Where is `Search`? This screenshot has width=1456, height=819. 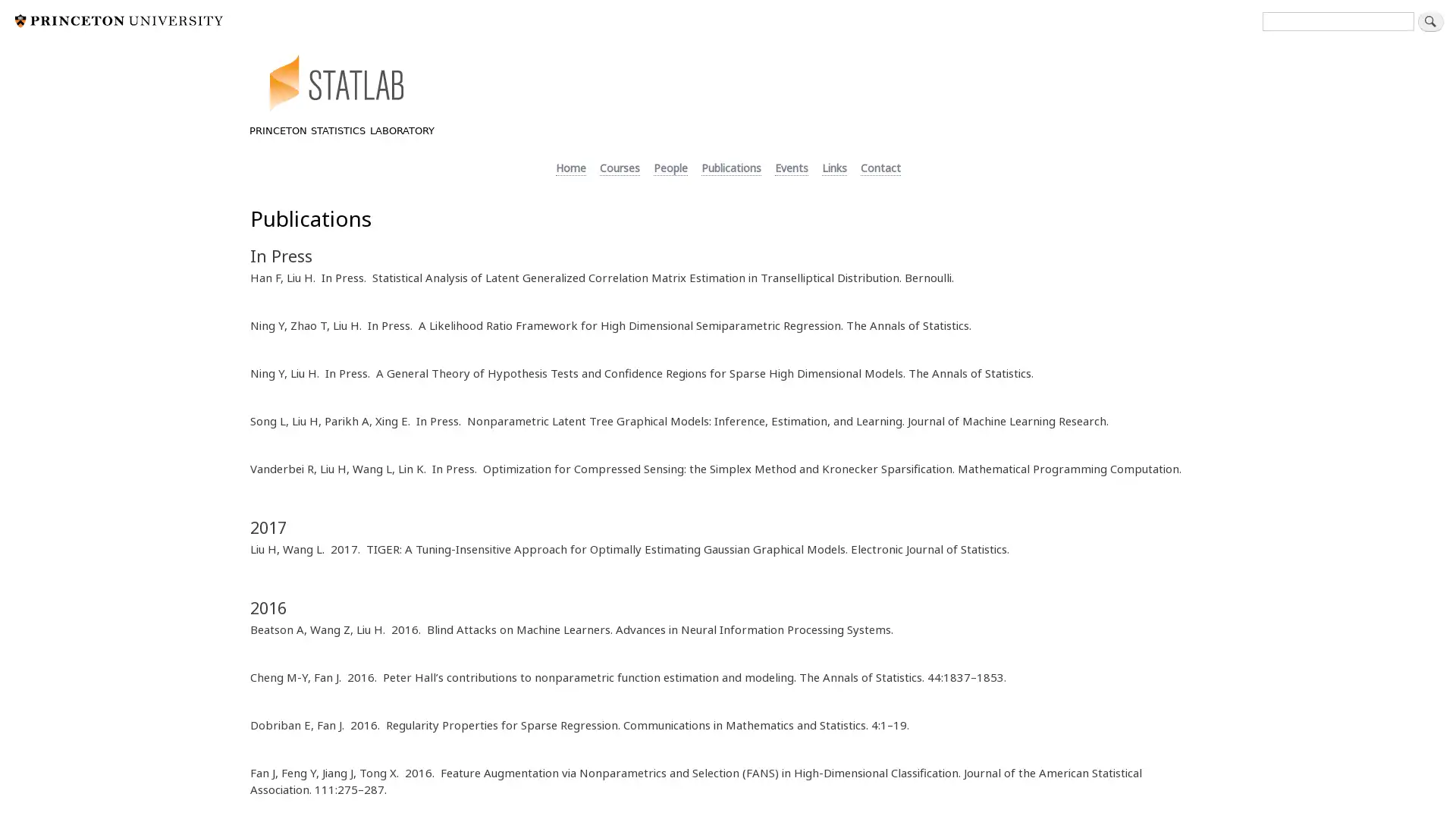
Search is located at coordinates (1429, 20).